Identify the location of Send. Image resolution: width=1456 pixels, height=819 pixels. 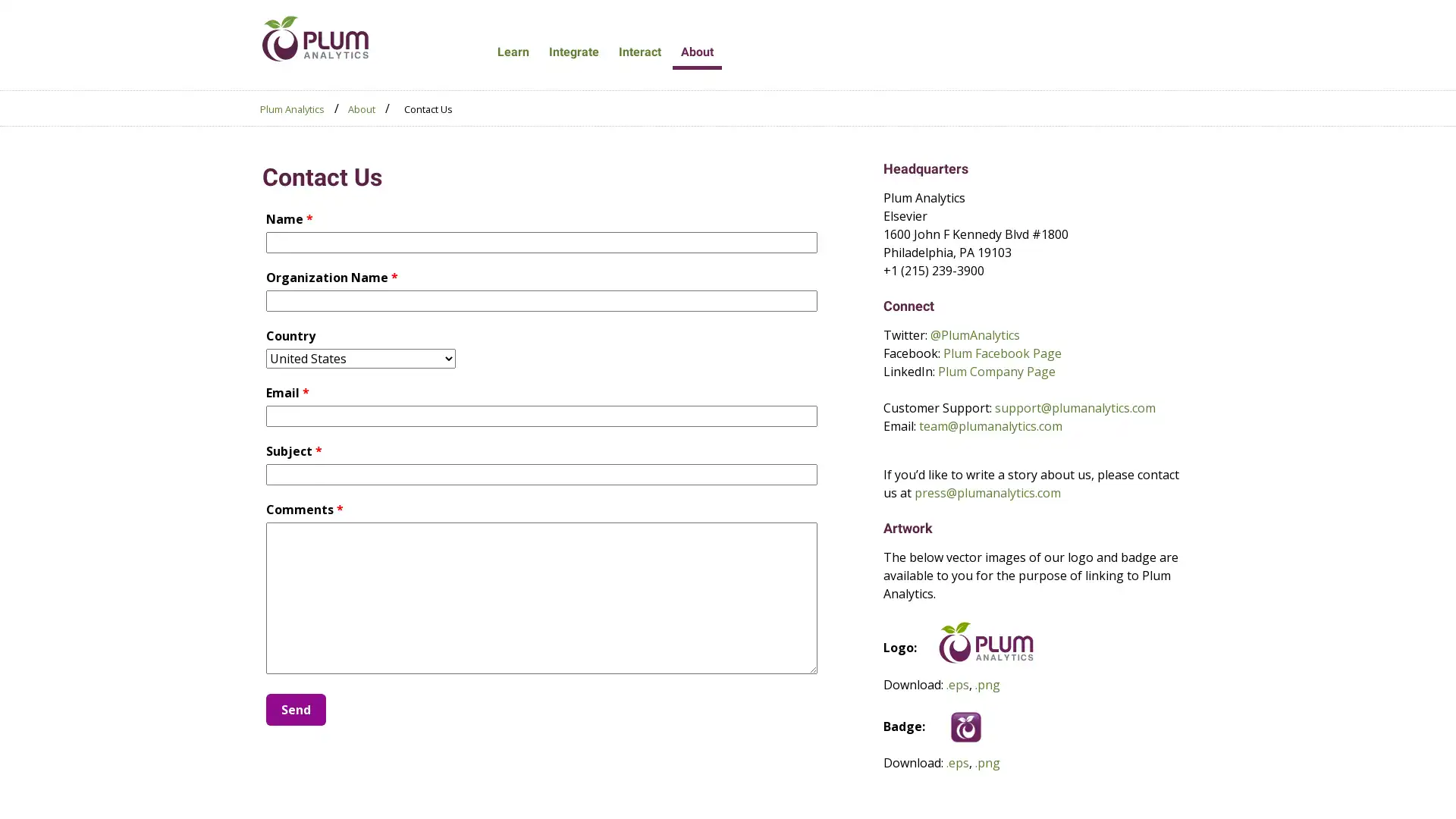
(296, 710).